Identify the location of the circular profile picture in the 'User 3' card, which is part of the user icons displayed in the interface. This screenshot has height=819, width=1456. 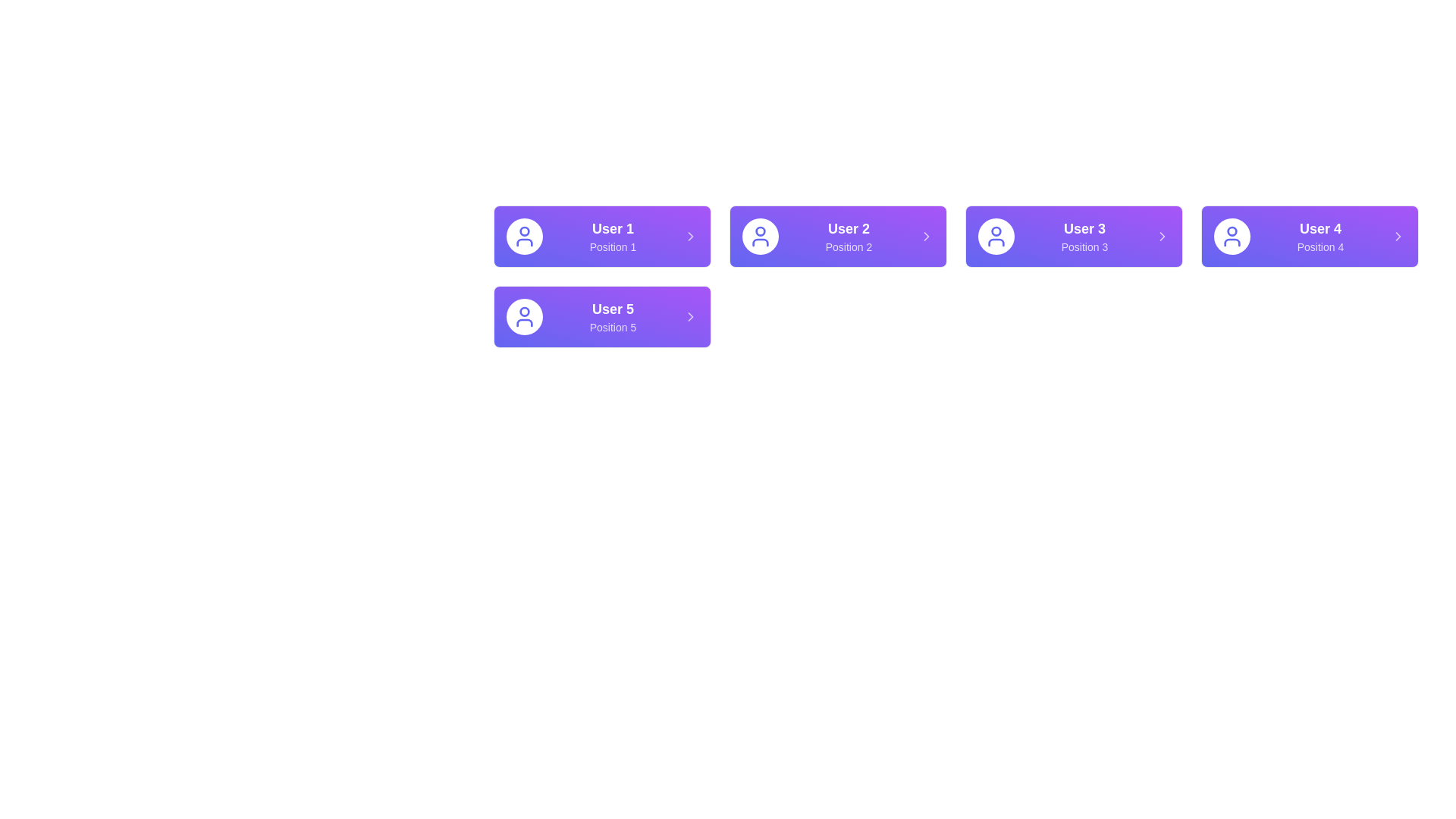
(996, 231).